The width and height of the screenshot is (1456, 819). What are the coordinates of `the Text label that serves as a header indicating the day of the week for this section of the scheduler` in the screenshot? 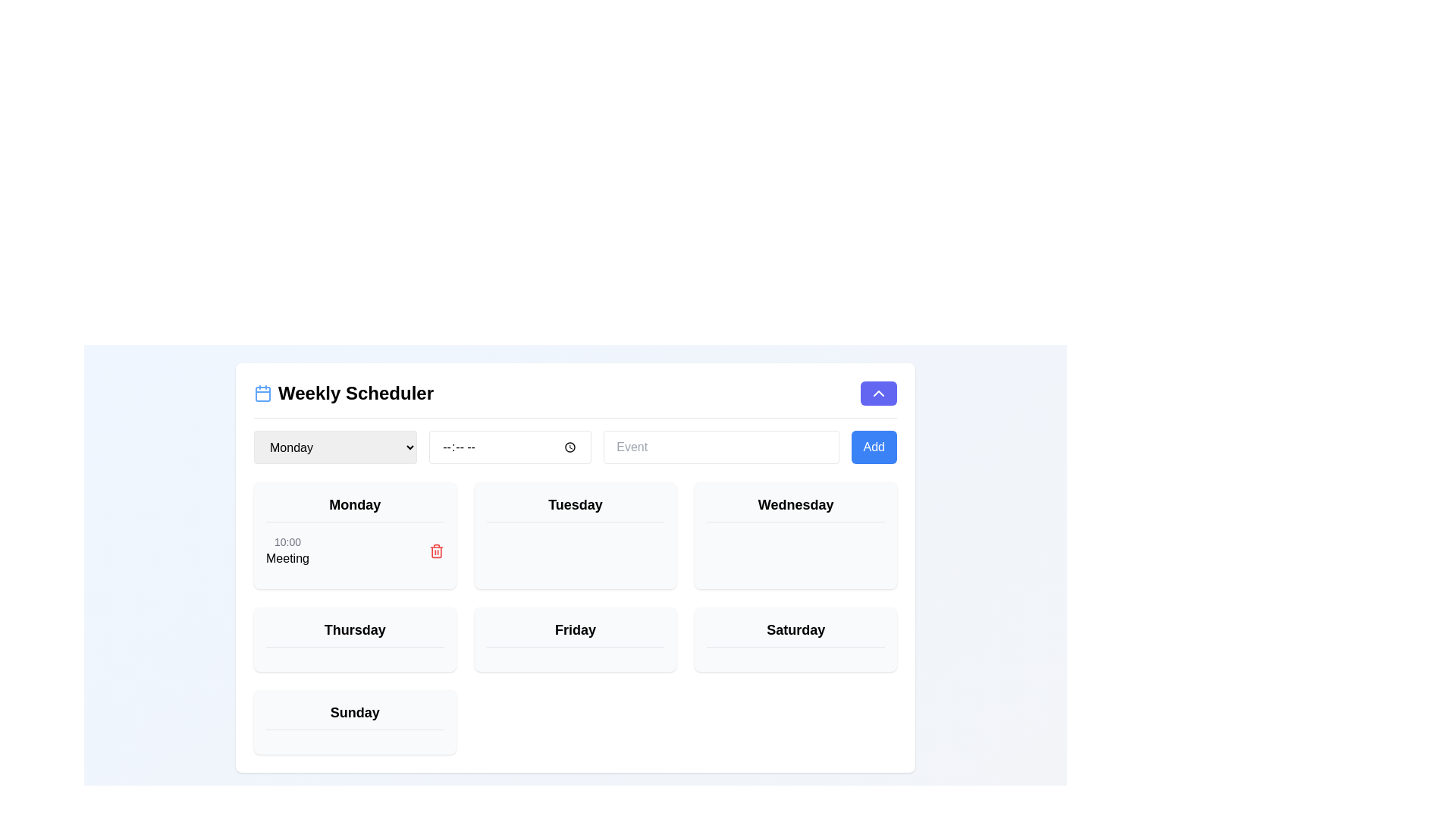 It's located at (354, 508).